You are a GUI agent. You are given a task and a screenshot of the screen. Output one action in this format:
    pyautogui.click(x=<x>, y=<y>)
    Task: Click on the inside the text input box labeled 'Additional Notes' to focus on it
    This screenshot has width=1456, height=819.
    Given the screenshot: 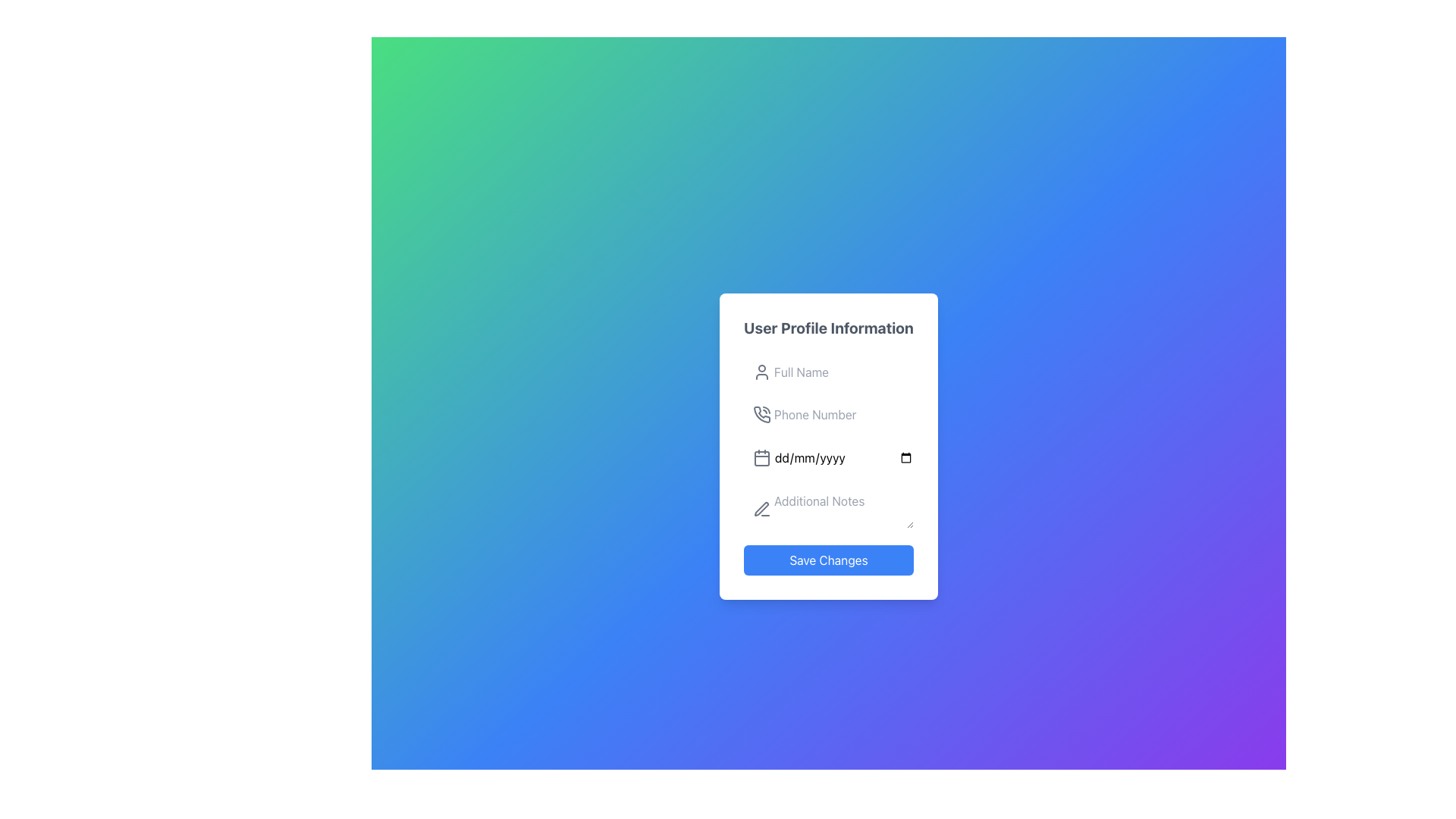 What is the action you would take?
    pyautogui.click(x=828, y=509)
    